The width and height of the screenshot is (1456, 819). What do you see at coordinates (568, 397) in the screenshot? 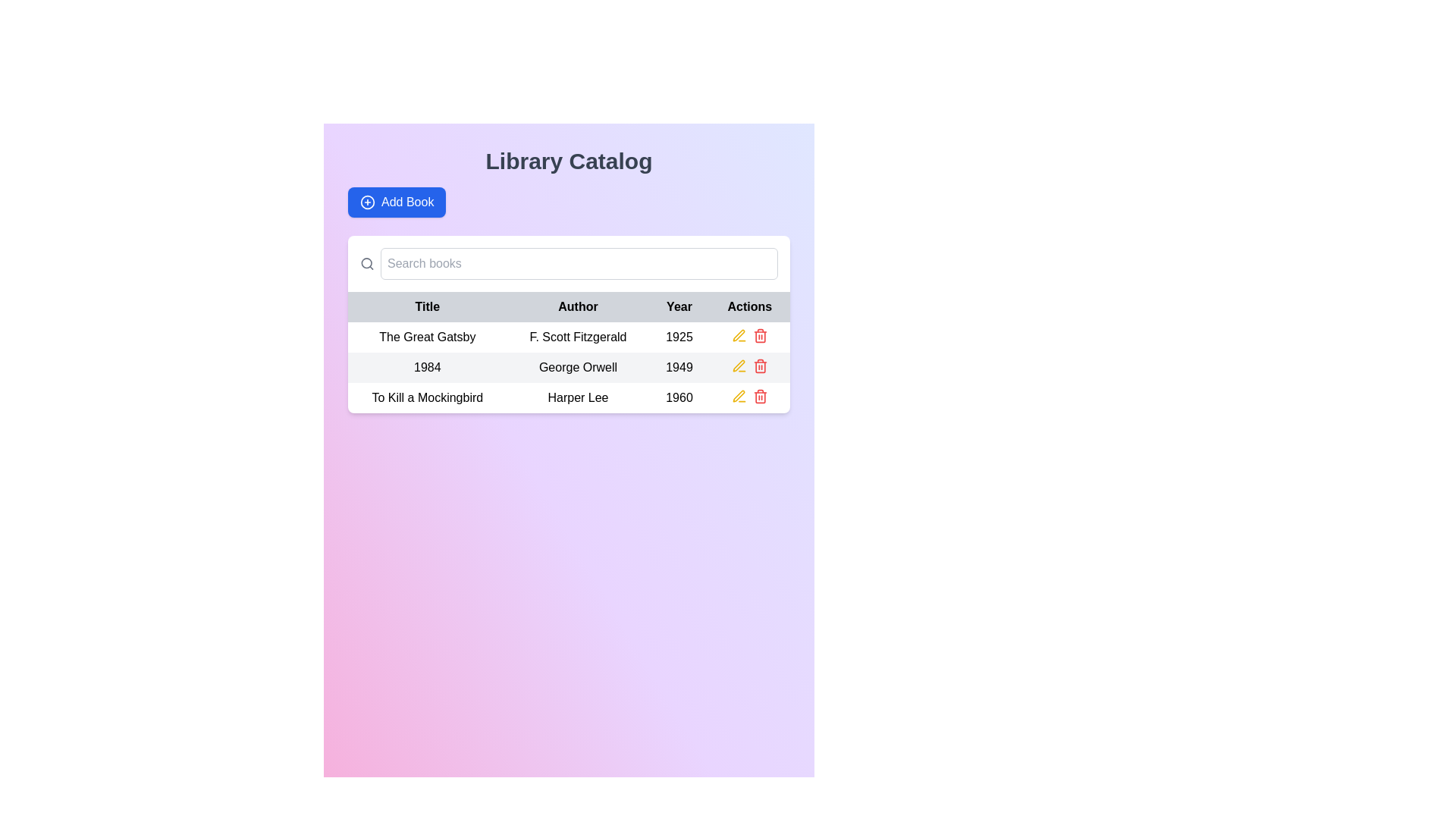
I see `the icons in the third row of the library catalog table` at bounding box center [568, 397].